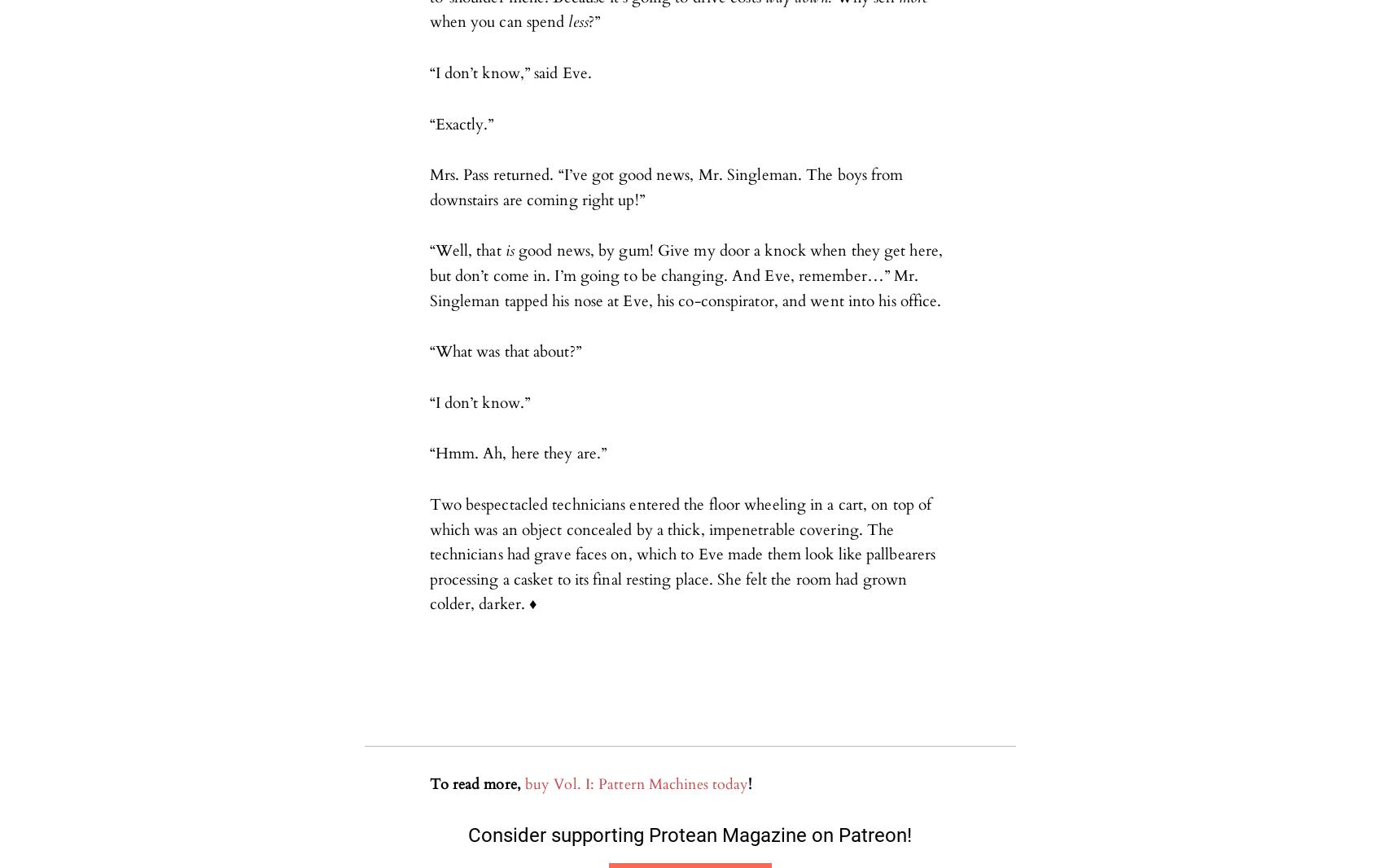 This screenshot has width=1380, height=868. I want to click on '!', so click(750, 784).